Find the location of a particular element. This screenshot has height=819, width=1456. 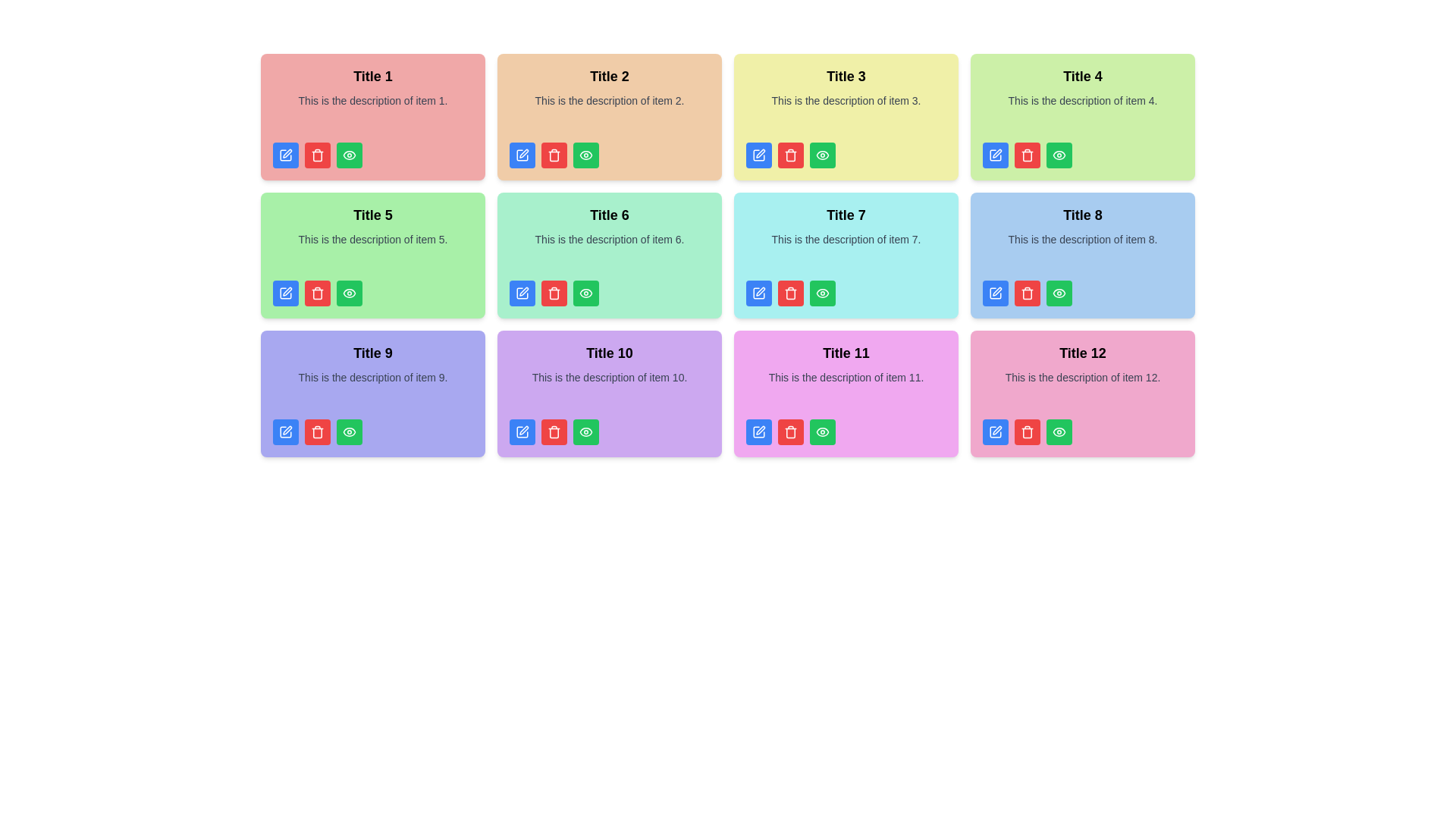

the pen graphic icon located in the bottom-right corner of the 'Title 11' card is located at coordinates (761, 430).